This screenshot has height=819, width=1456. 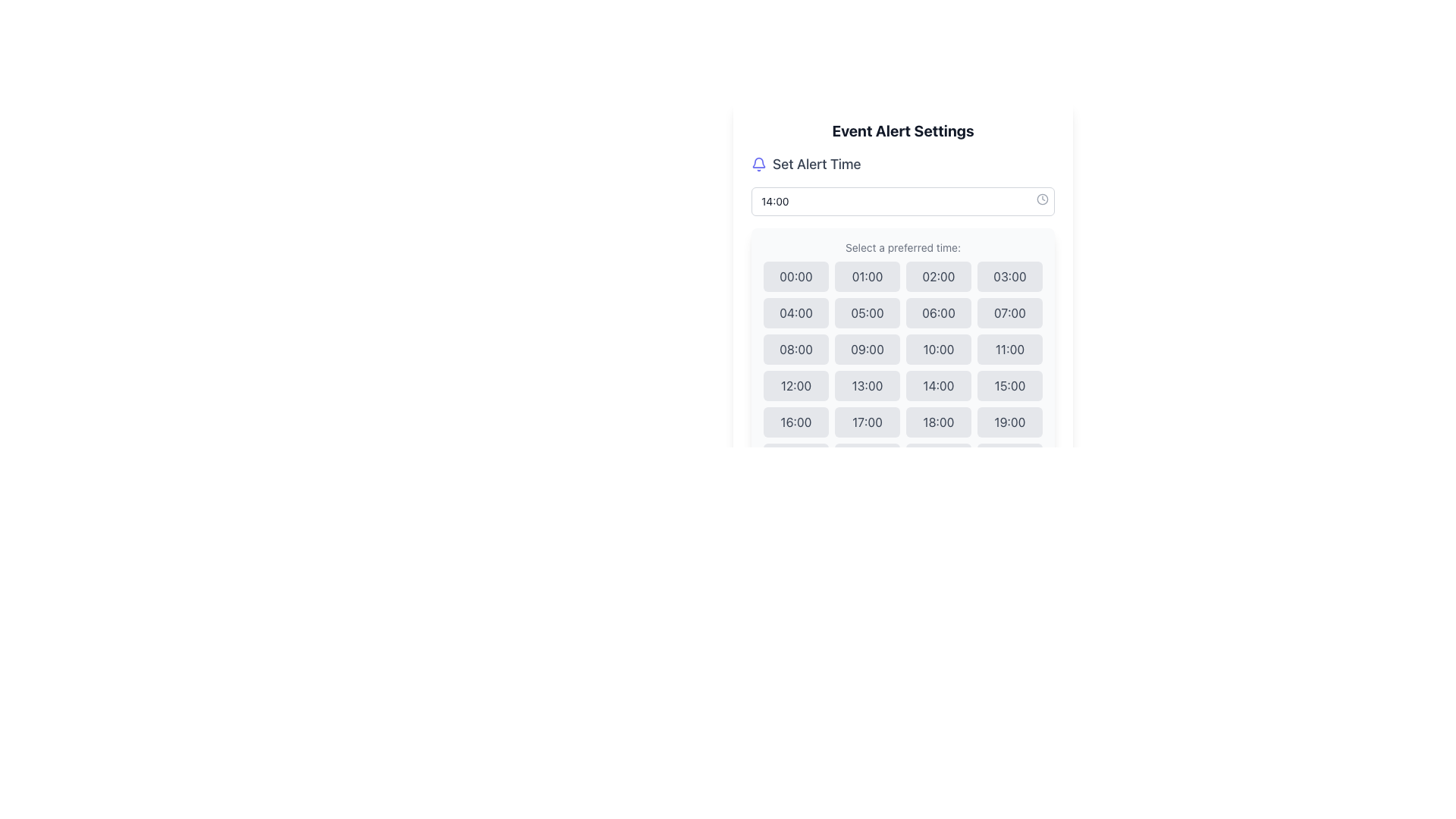 What do you see at coordinates (938, 385) in the screenshot?
I see `the button for selecting '14:00' time preference located in the fourth row, third column of the 4-column grid` at bounding box center [938, 385].